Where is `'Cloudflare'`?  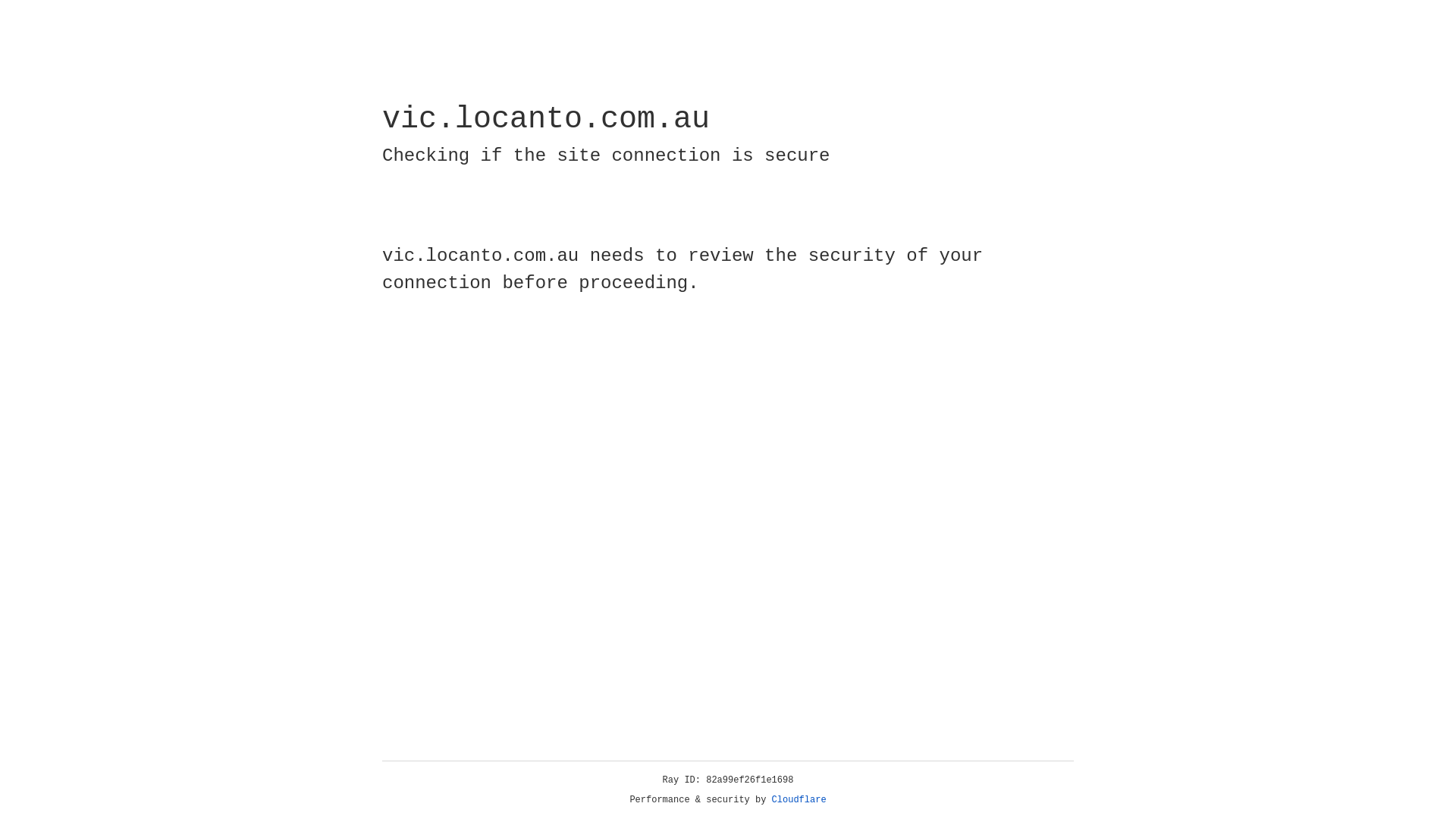
'Cloudflare' is located at coordinates (771, 799).